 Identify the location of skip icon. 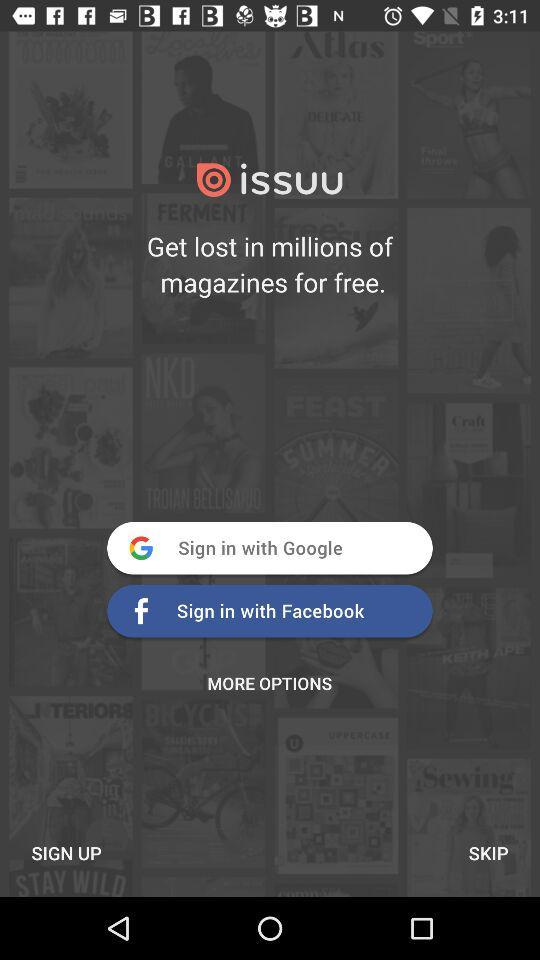
(487, 852).